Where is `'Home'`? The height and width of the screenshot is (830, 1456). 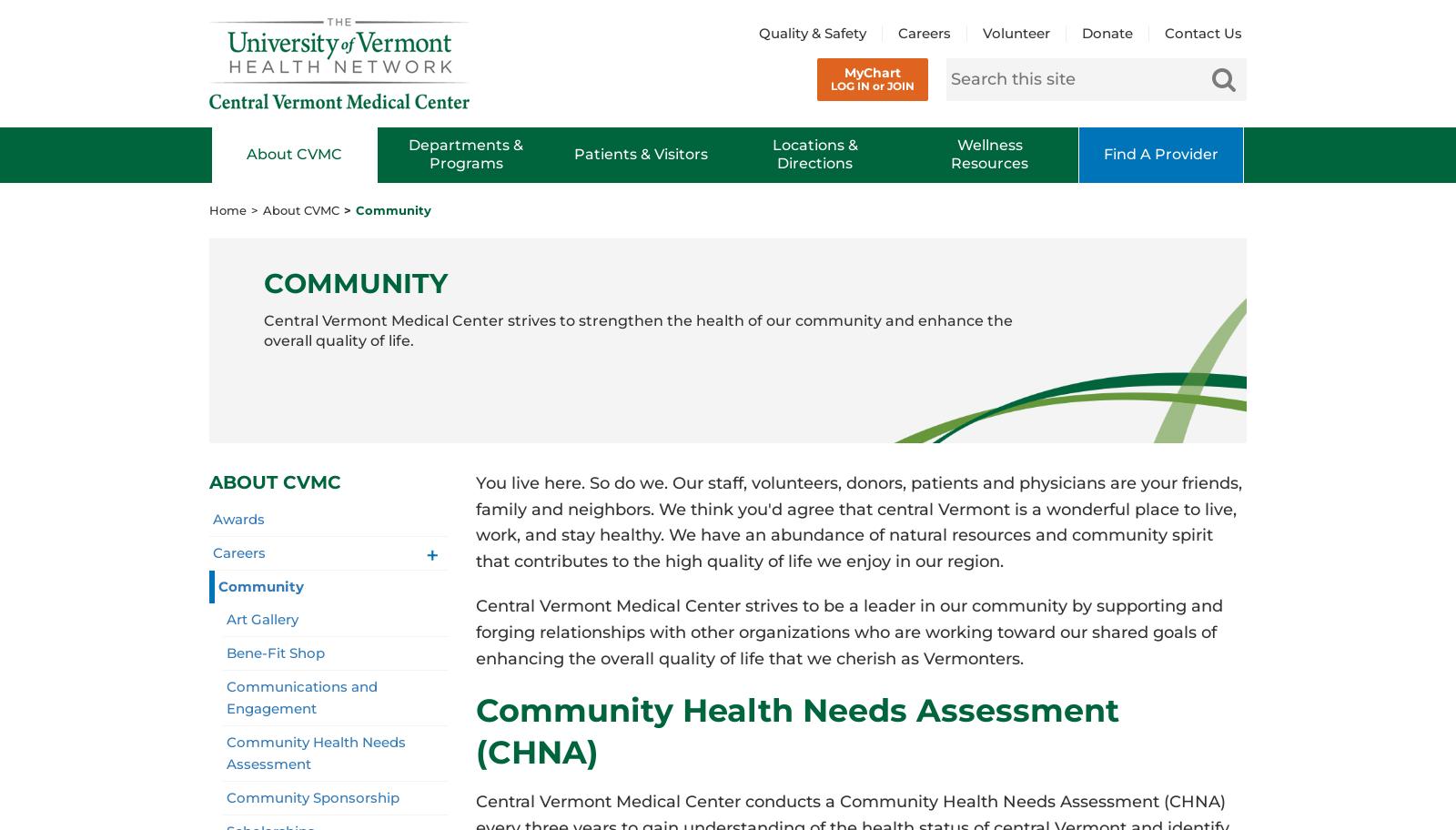
'Home' is located at coordinates (227, 209).